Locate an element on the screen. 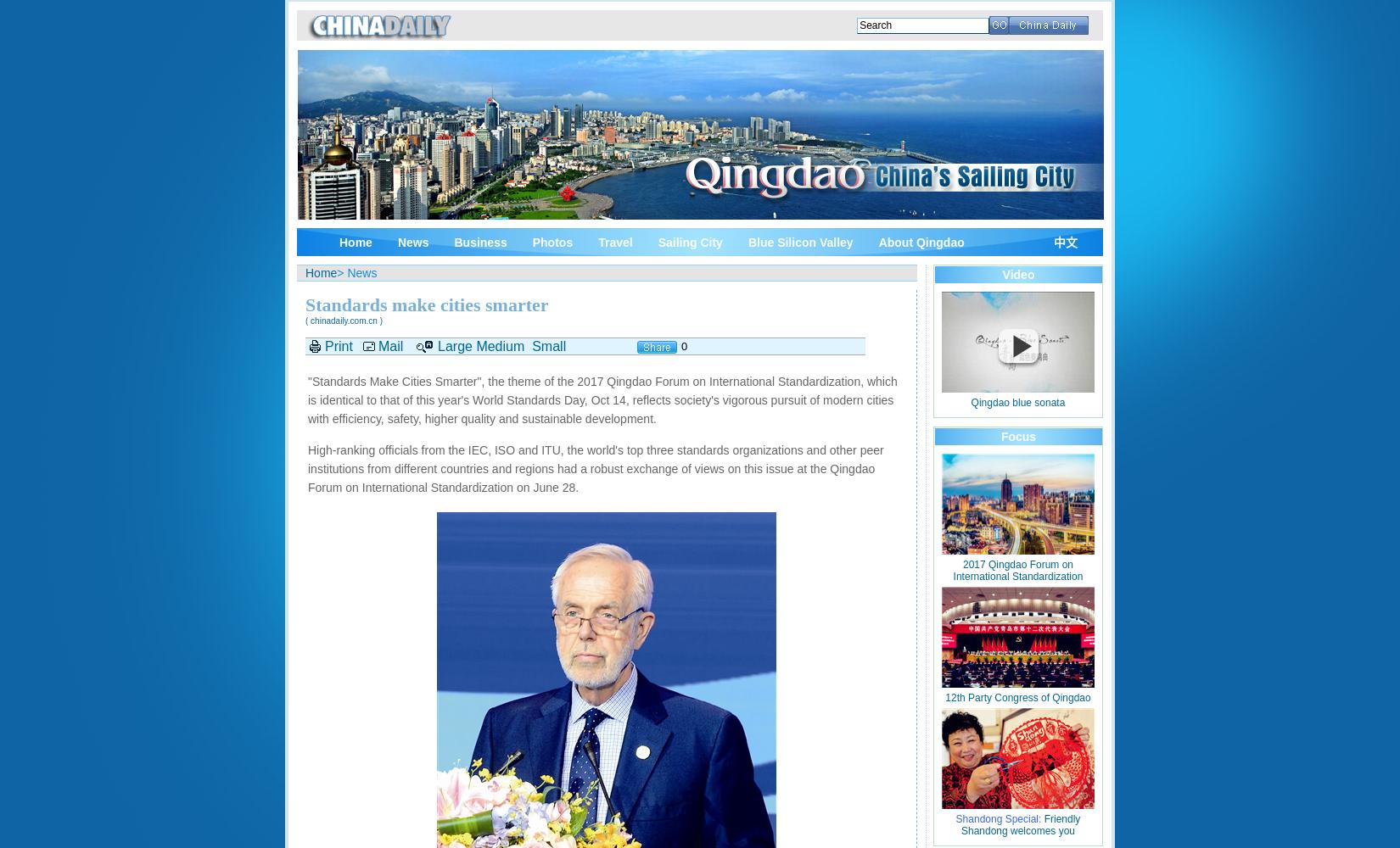 The width and height of the screenshot is (1400, 848). '( chinadaily.com.cn )' is located at coordinates (344, 321).